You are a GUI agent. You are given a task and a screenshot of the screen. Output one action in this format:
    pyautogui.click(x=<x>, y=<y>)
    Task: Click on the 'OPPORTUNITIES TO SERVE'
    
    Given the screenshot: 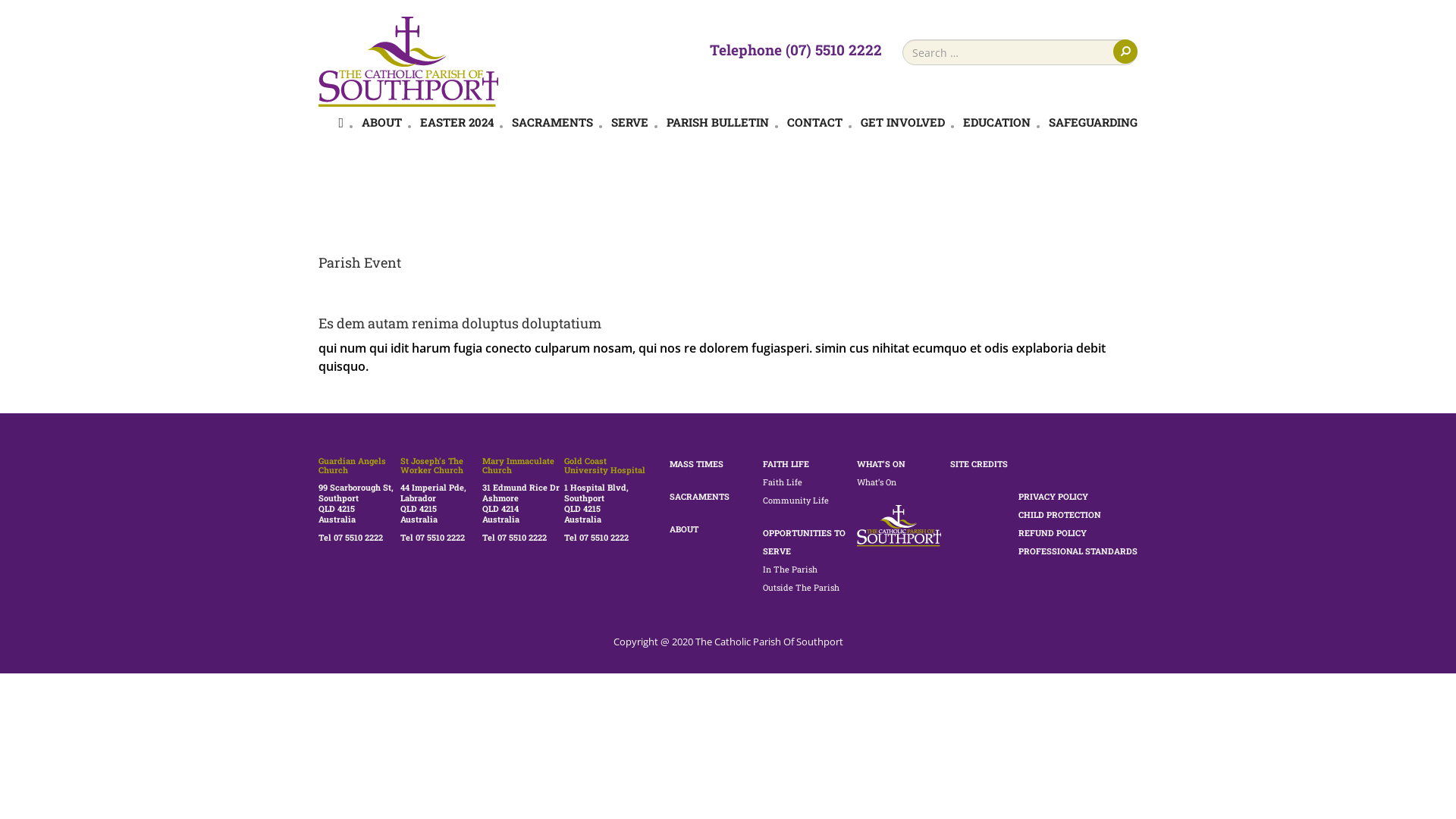 What is the action you would take?
    pyautogui.click(x=803, y=541)
    